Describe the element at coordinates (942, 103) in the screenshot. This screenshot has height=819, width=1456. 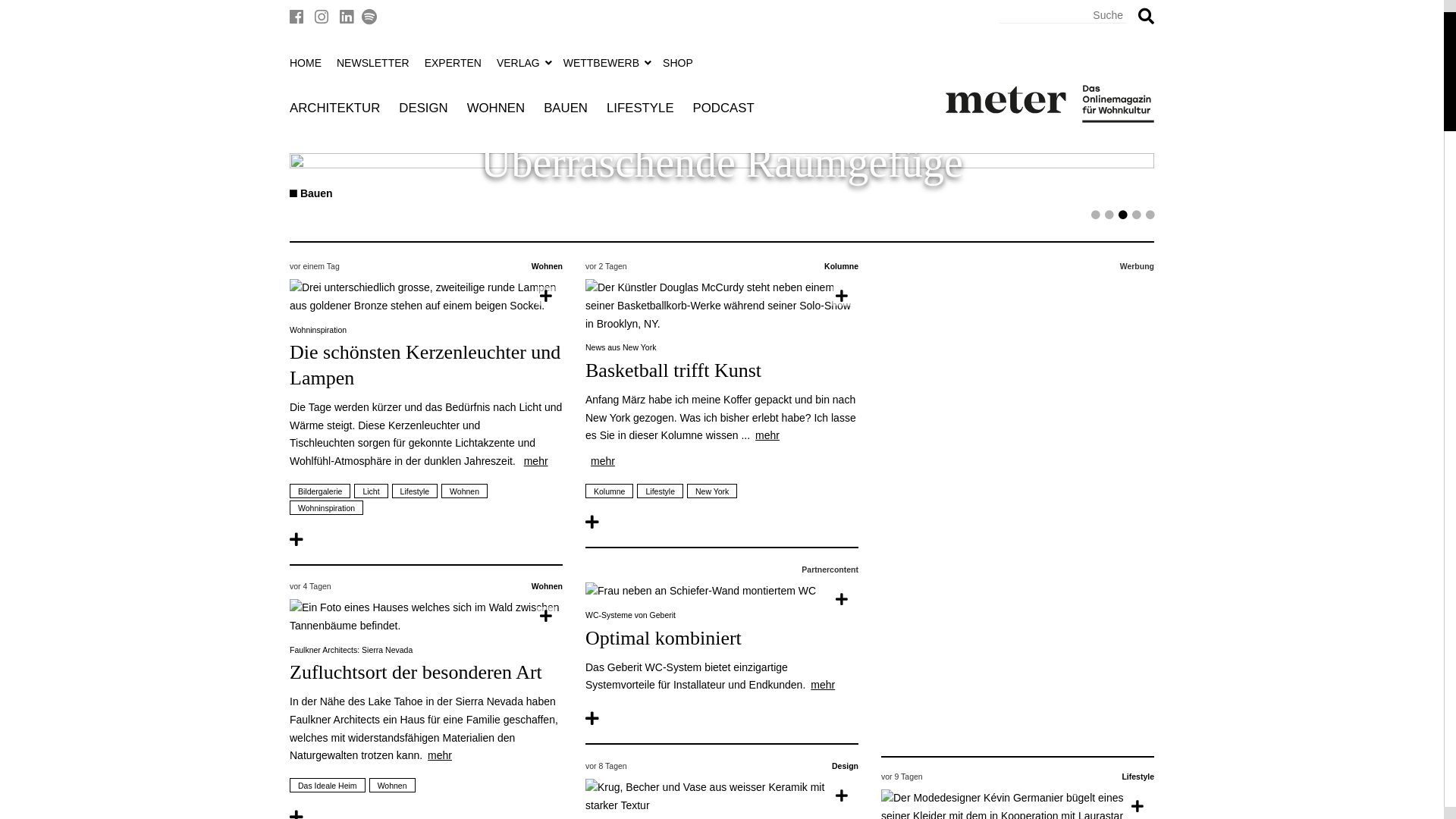
I see `'meter'` at that location.